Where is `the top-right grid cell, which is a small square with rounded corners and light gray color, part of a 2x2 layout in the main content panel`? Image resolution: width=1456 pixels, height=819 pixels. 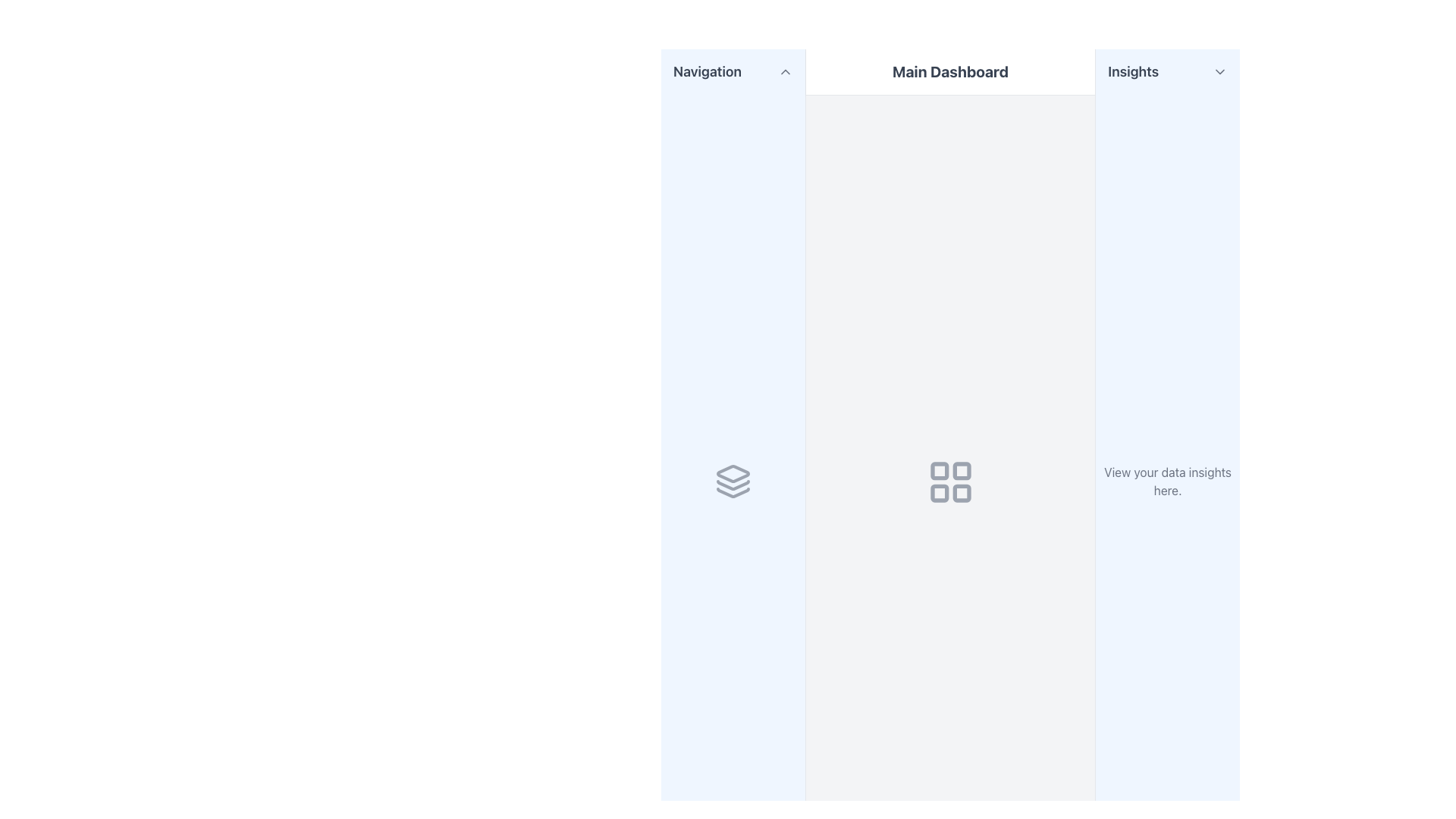
the top-right grid cell, which is a small square with rounded corners and light gray color, part of a 2x2 layout in the main content panel is located at coordinates (961, 469).